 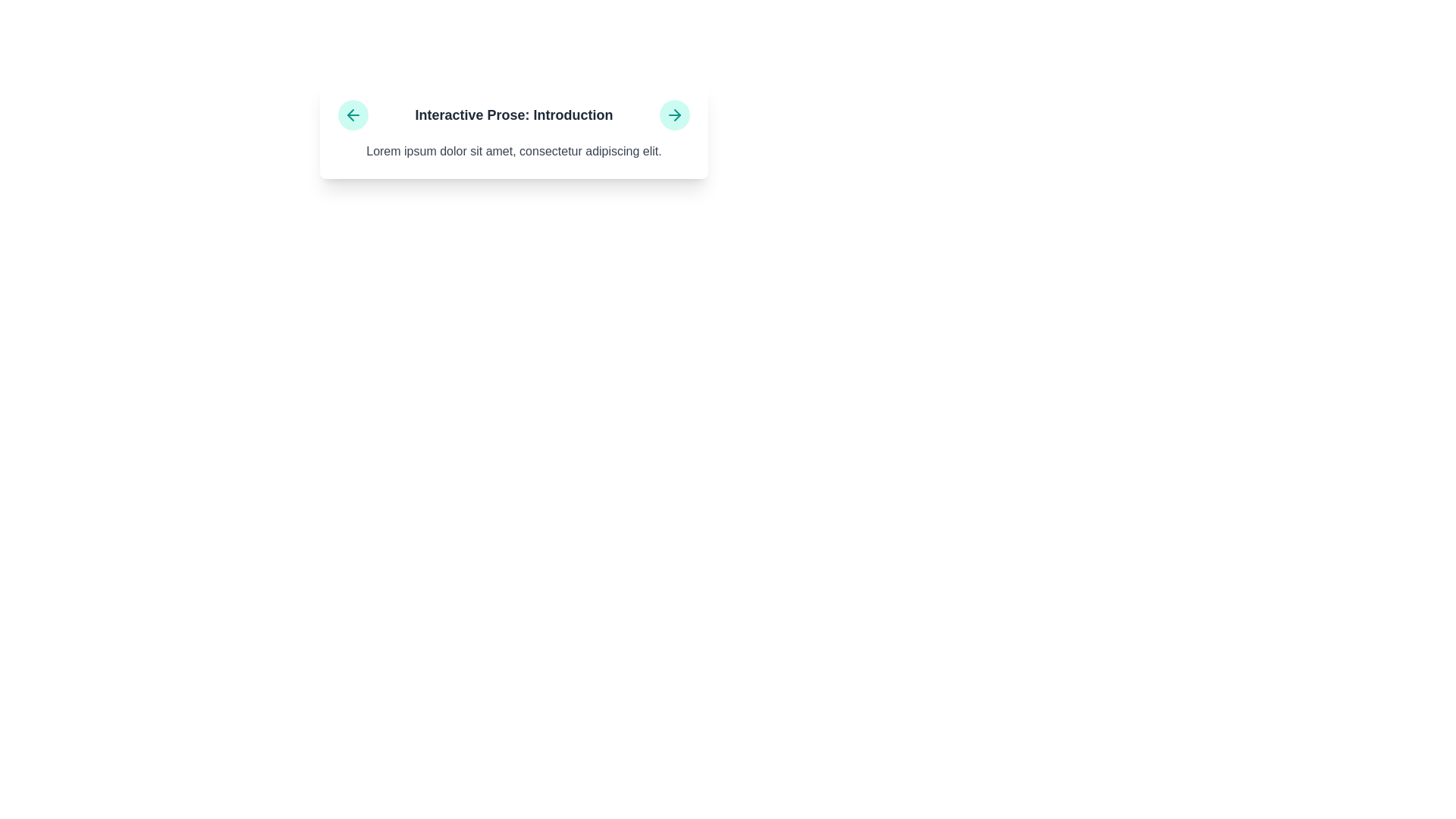 I want to click on the circular button with a teal arrow icon pointing to the right, so click(x=673, y=114).